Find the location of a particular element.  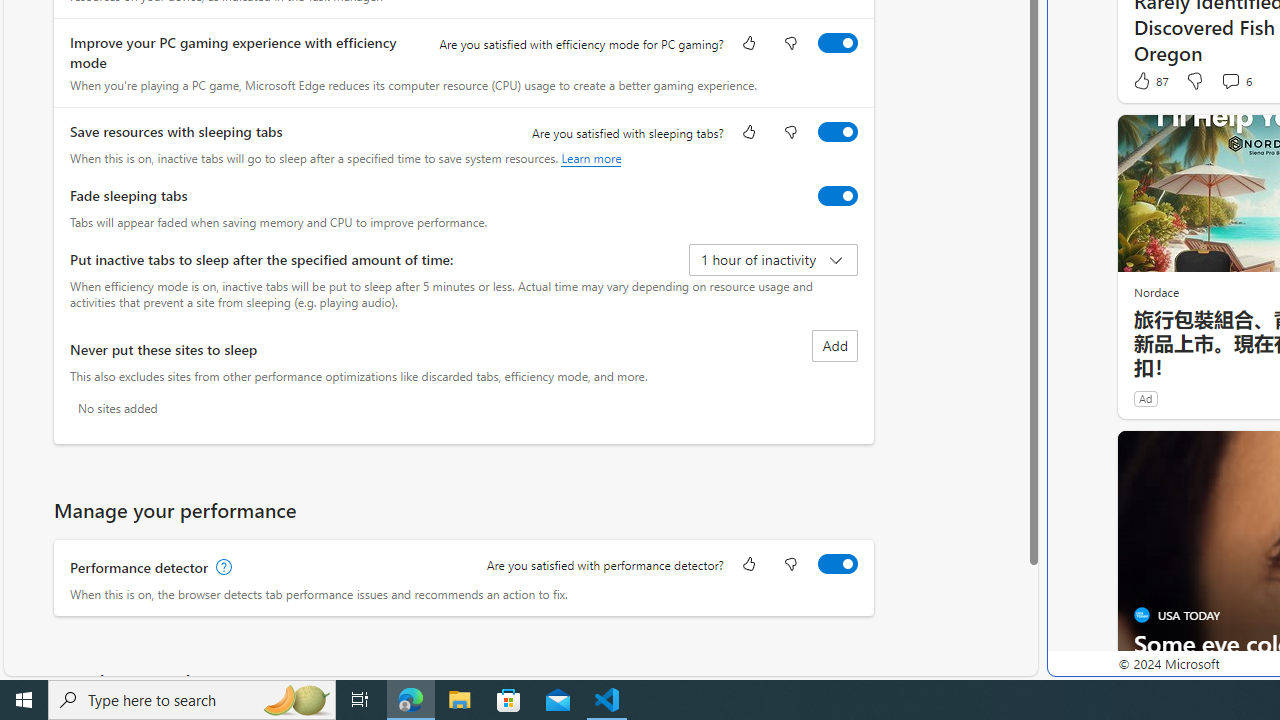

'View comments 6 Comment' is located at coordinates (1234, 80).